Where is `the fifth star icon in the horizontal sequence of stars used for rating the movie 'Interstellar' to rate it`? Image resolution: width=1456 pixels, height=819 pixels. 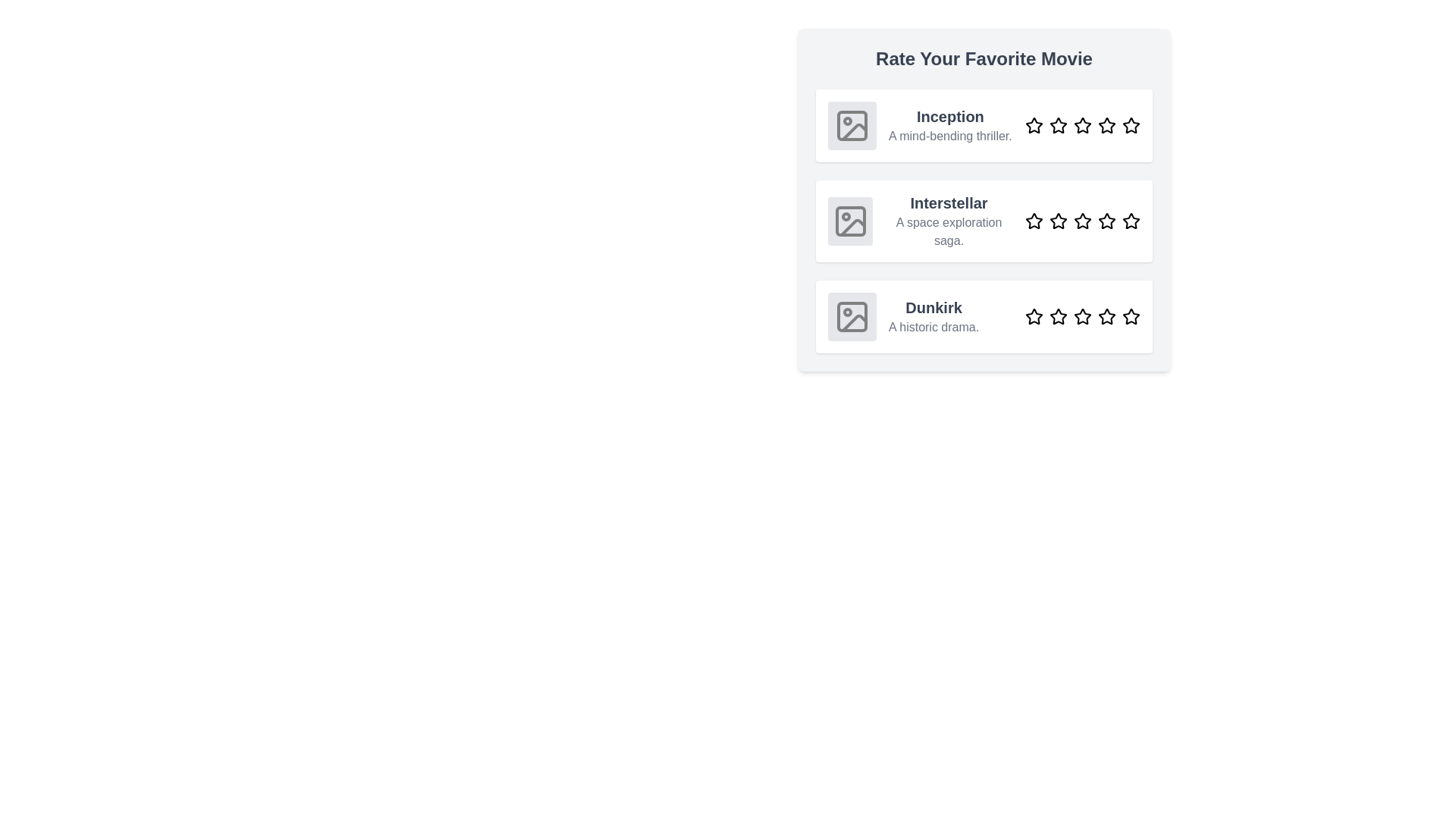
the fifth star icon in the horizontal sequence of stars used for rating the movie 'Interstellar' to rate it is located at coordinates (1131, 221).